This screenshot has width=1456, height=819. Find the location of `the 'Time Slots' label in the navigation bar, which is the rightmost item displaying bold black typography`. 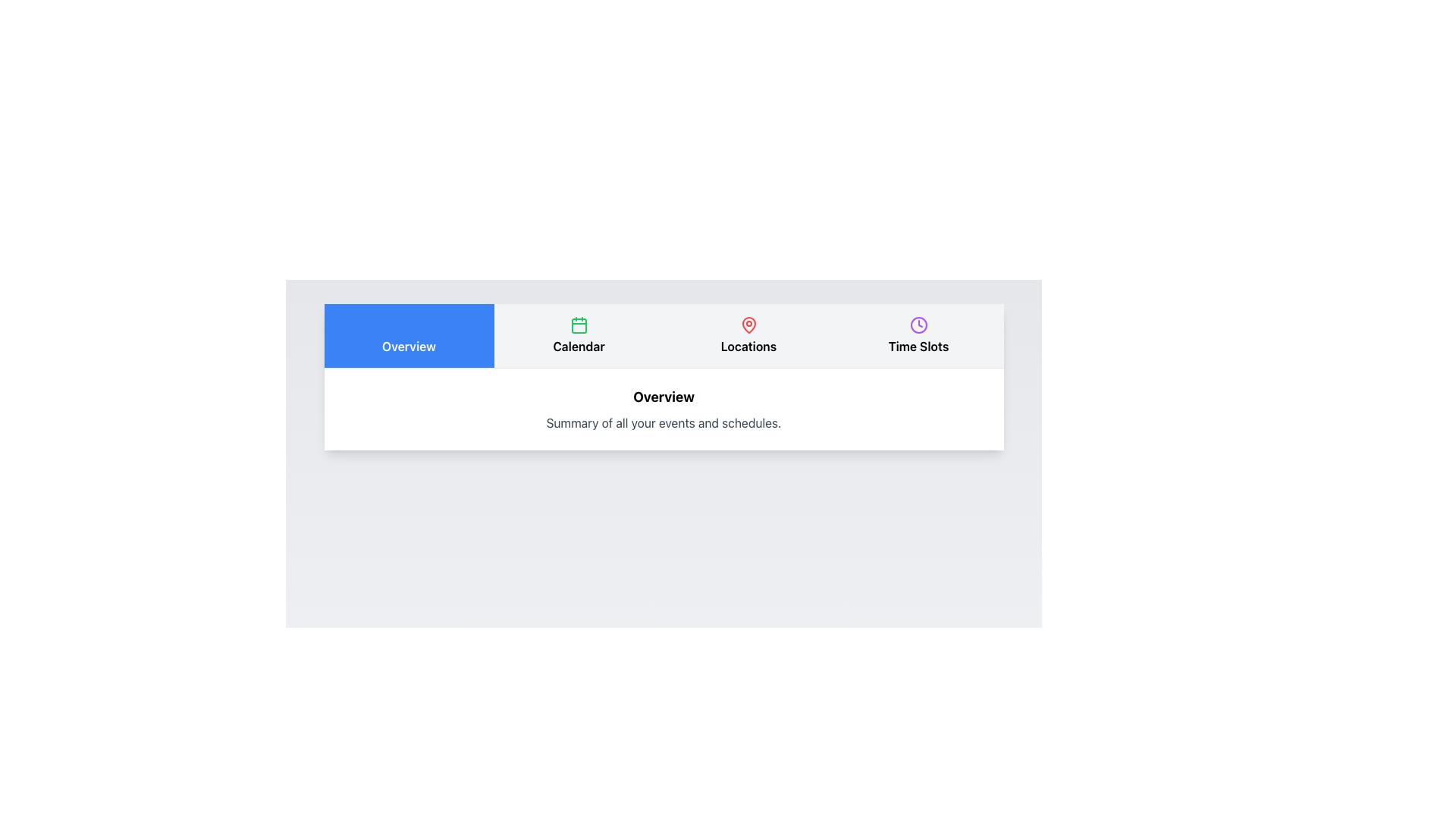

the 'Time Slots' label in the navigation bar, which is the rightmost item displaying bold black typography is located at coordinates (918, 346).